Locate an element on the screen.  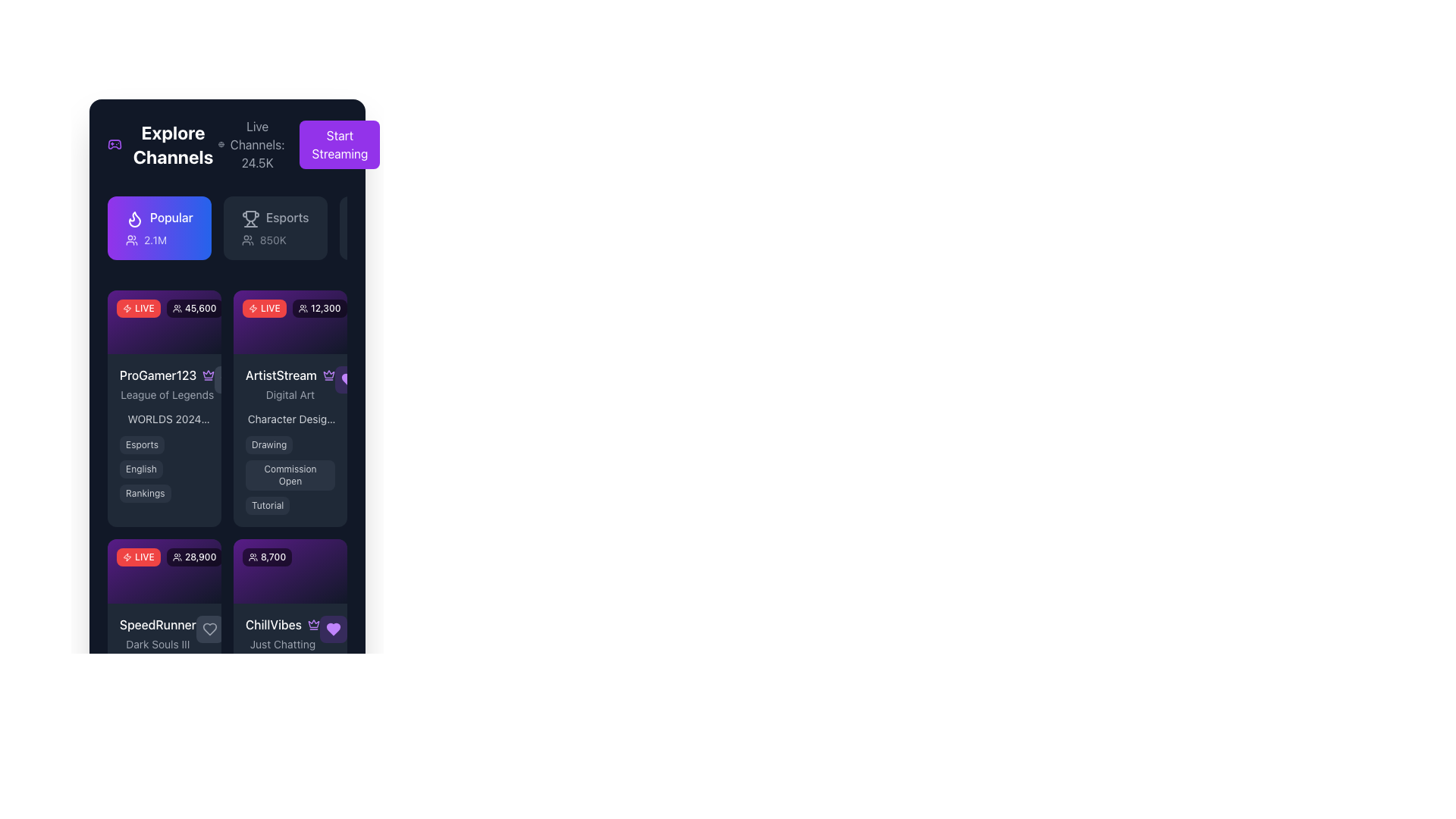
the lightning bolt icon within the red 'LIVE' badge at the top left of the card component is located at coordinates (127, 308).